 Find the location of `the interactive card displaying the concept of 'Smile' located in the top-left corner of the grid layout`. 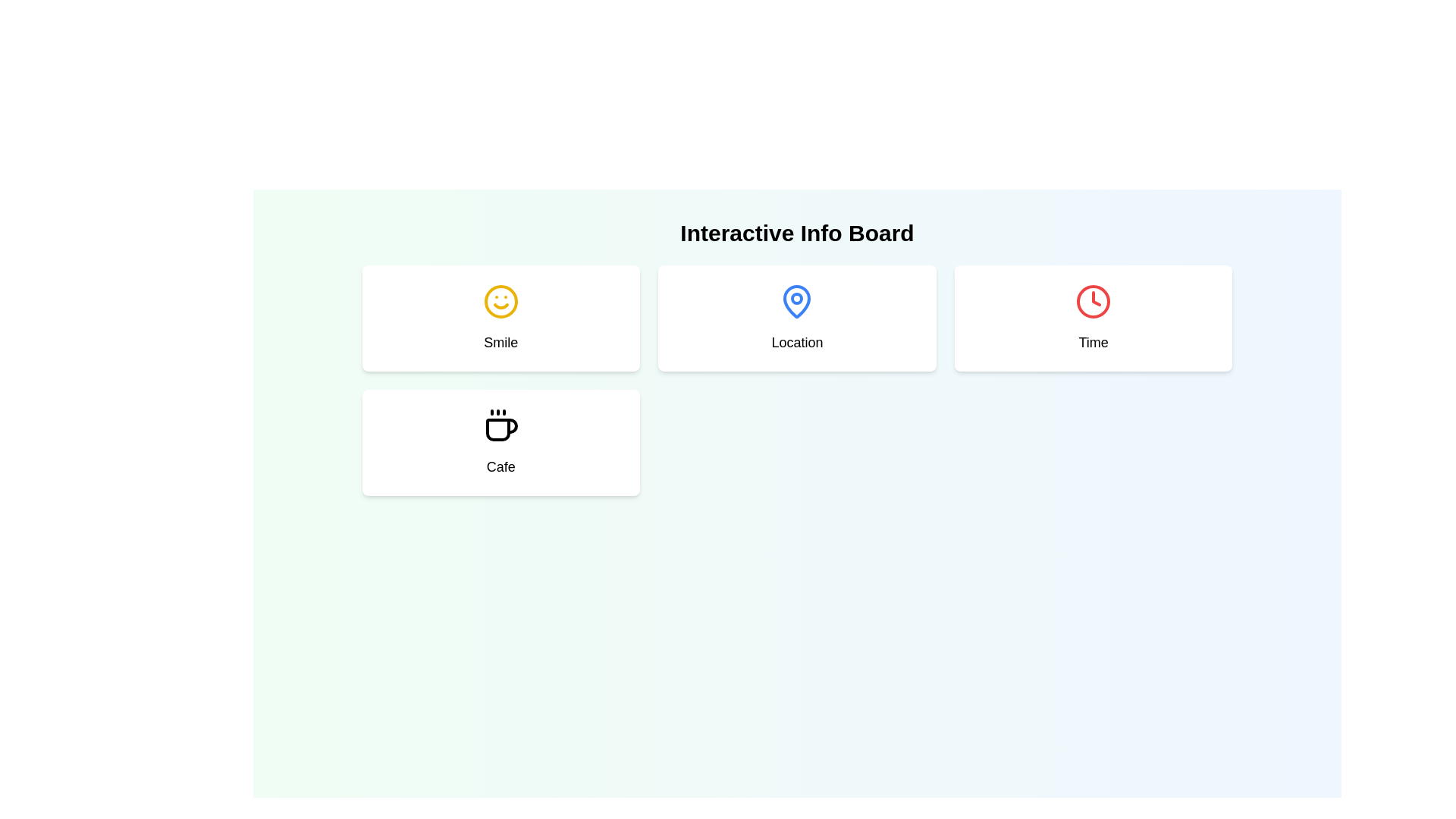

the interactive card displaying the concept of 'Smile' located in the top-left corner of the grid layout is located at coordinates (500, 318).